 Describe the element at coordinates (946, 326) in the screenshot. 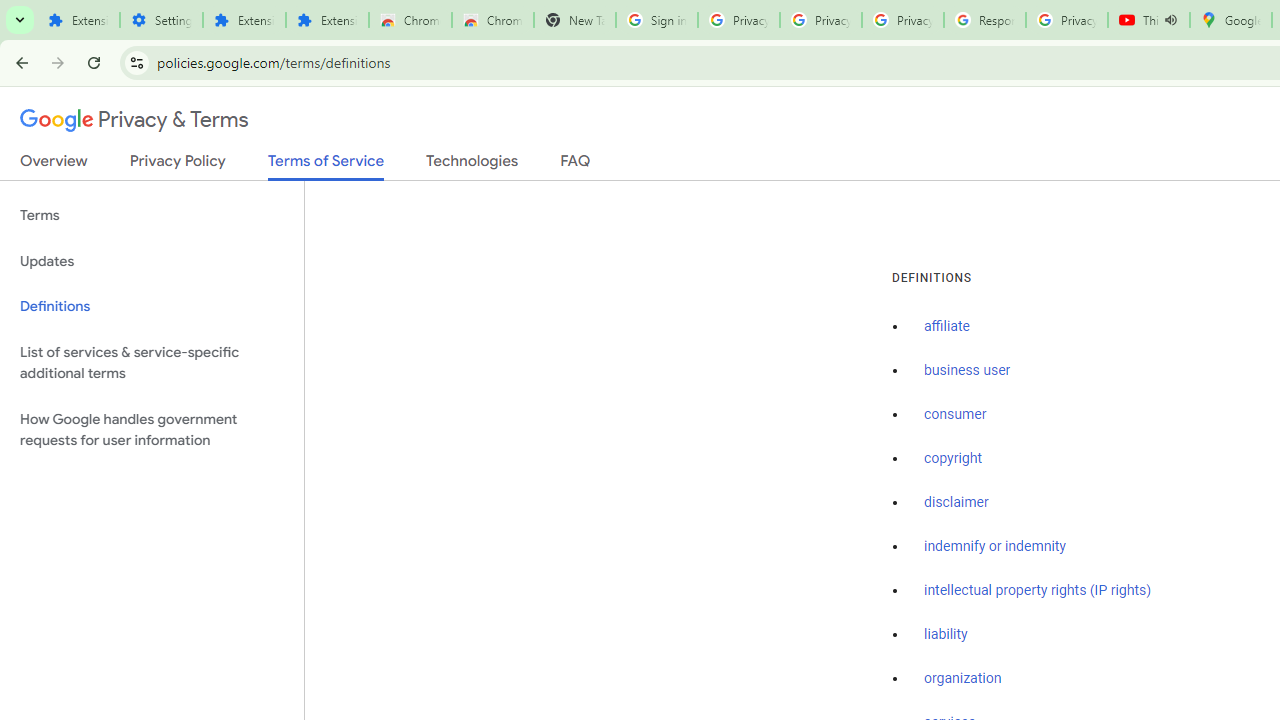

I see `'affiliate'` at that location.